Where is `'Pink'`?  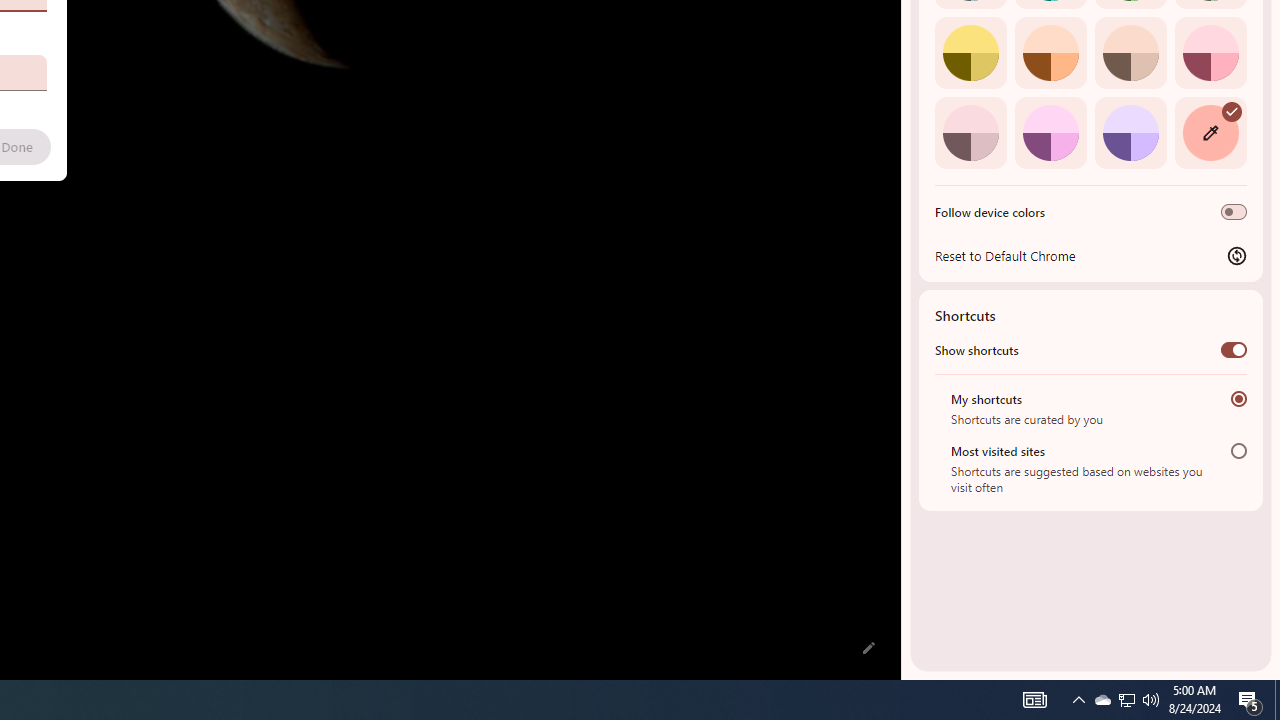 'Pink' is located at coordinates (970, 132).